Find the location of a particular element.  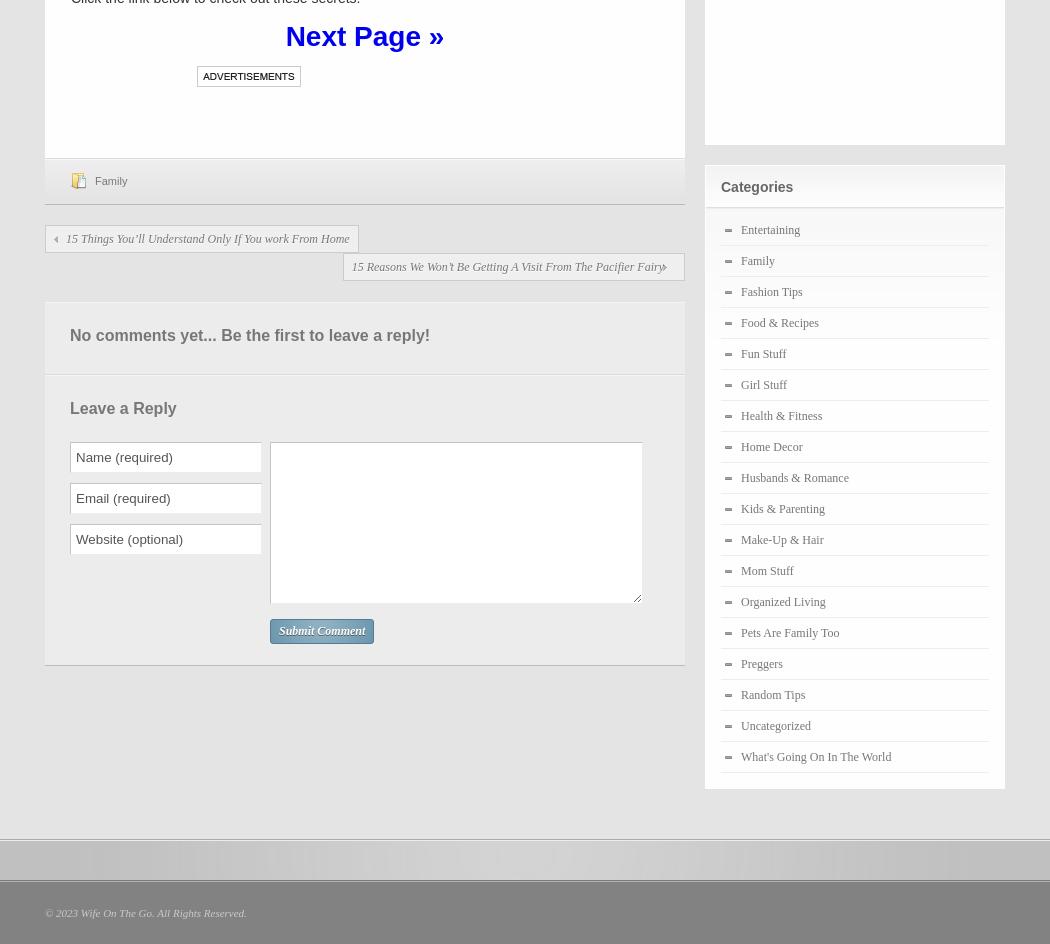

'15 Reasons We Won’t Be Getting A Visit From The Pacifier Fairy' is located at coordinates (506, 266).